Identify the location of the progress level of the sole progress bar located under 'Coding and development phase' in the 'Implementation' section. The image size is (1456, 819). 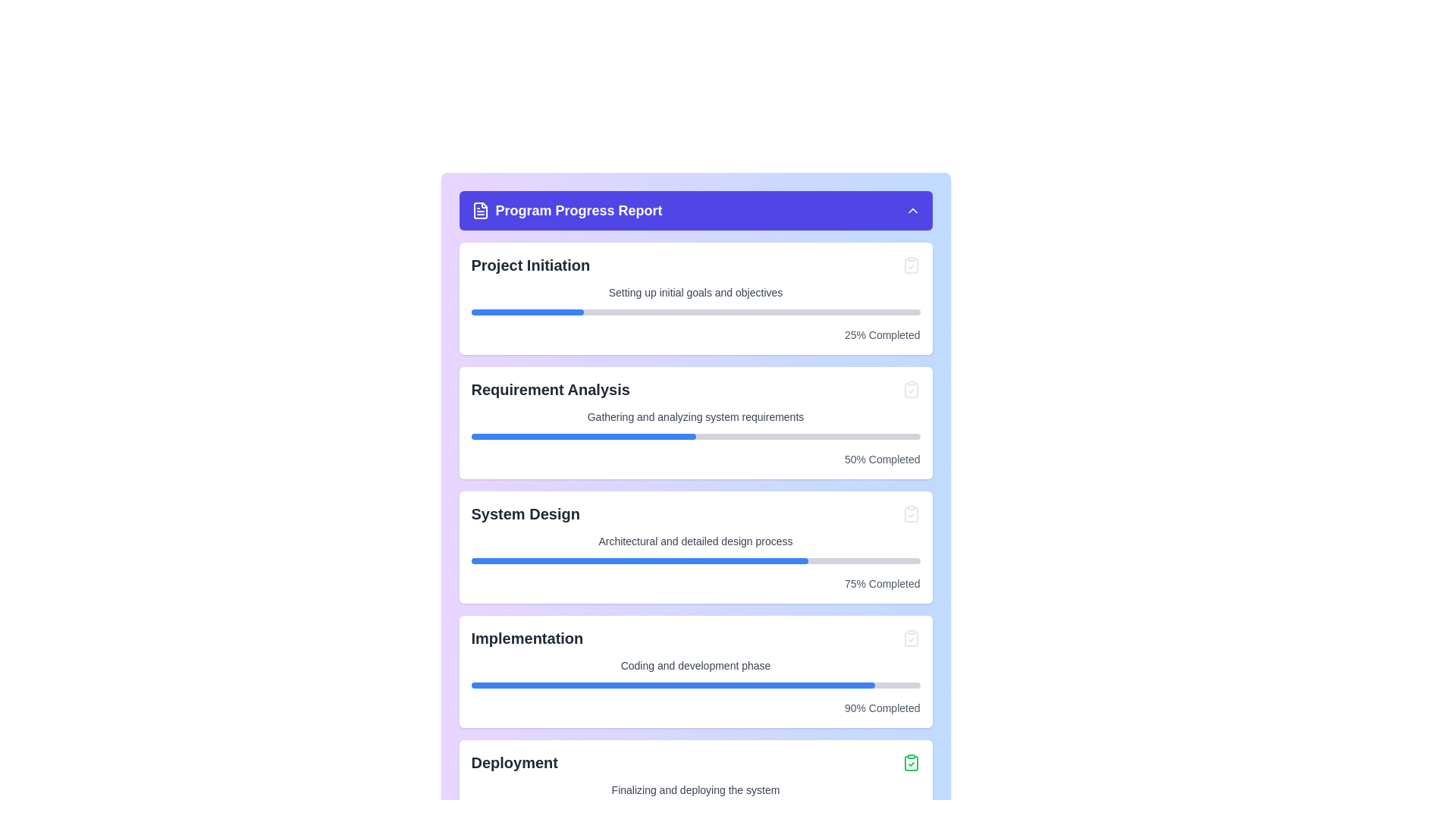
(695, 685).